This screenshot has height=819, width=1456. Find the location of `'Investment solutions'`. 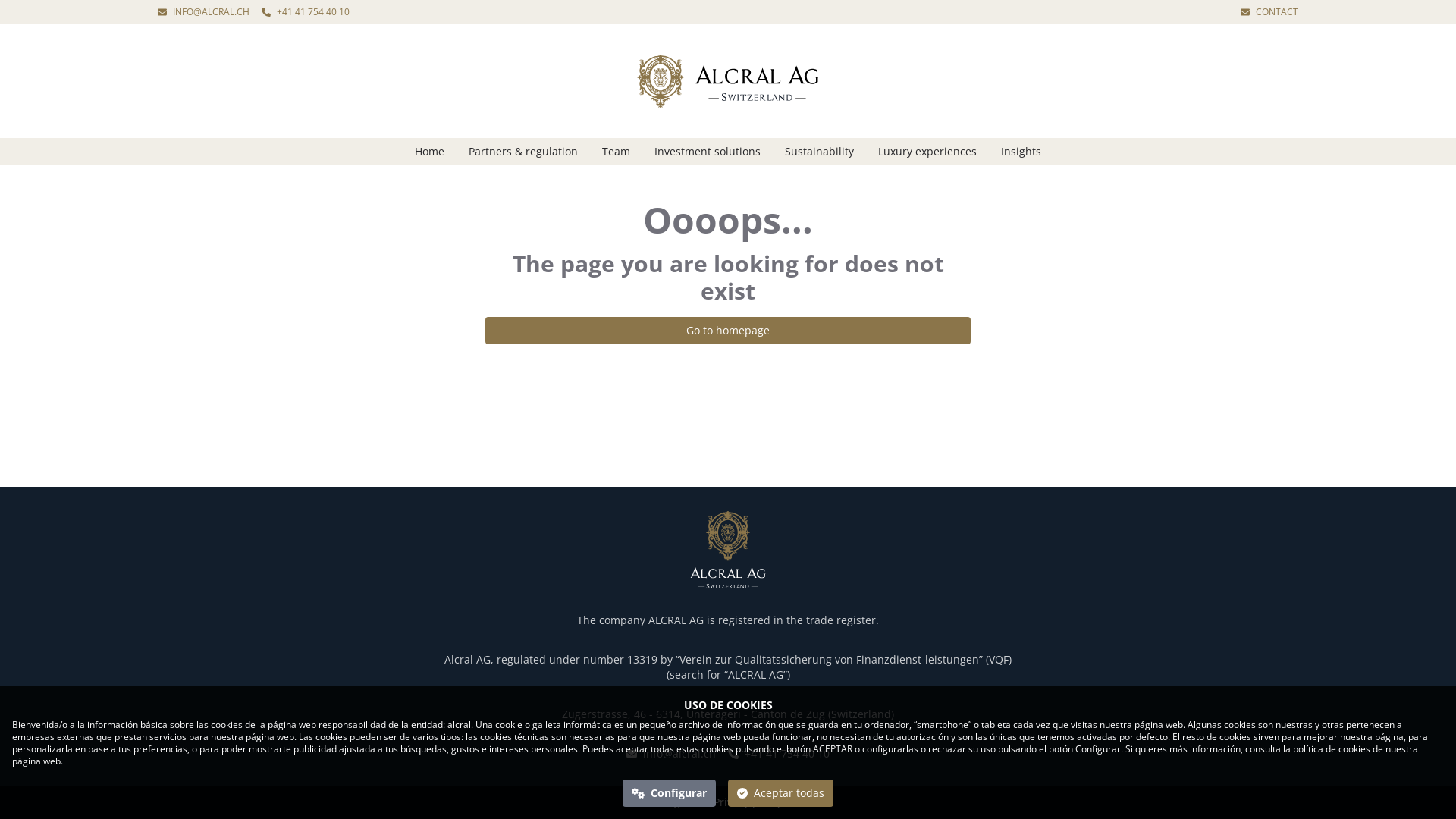

'Investment solutions' is located at coordinates (706, 152).